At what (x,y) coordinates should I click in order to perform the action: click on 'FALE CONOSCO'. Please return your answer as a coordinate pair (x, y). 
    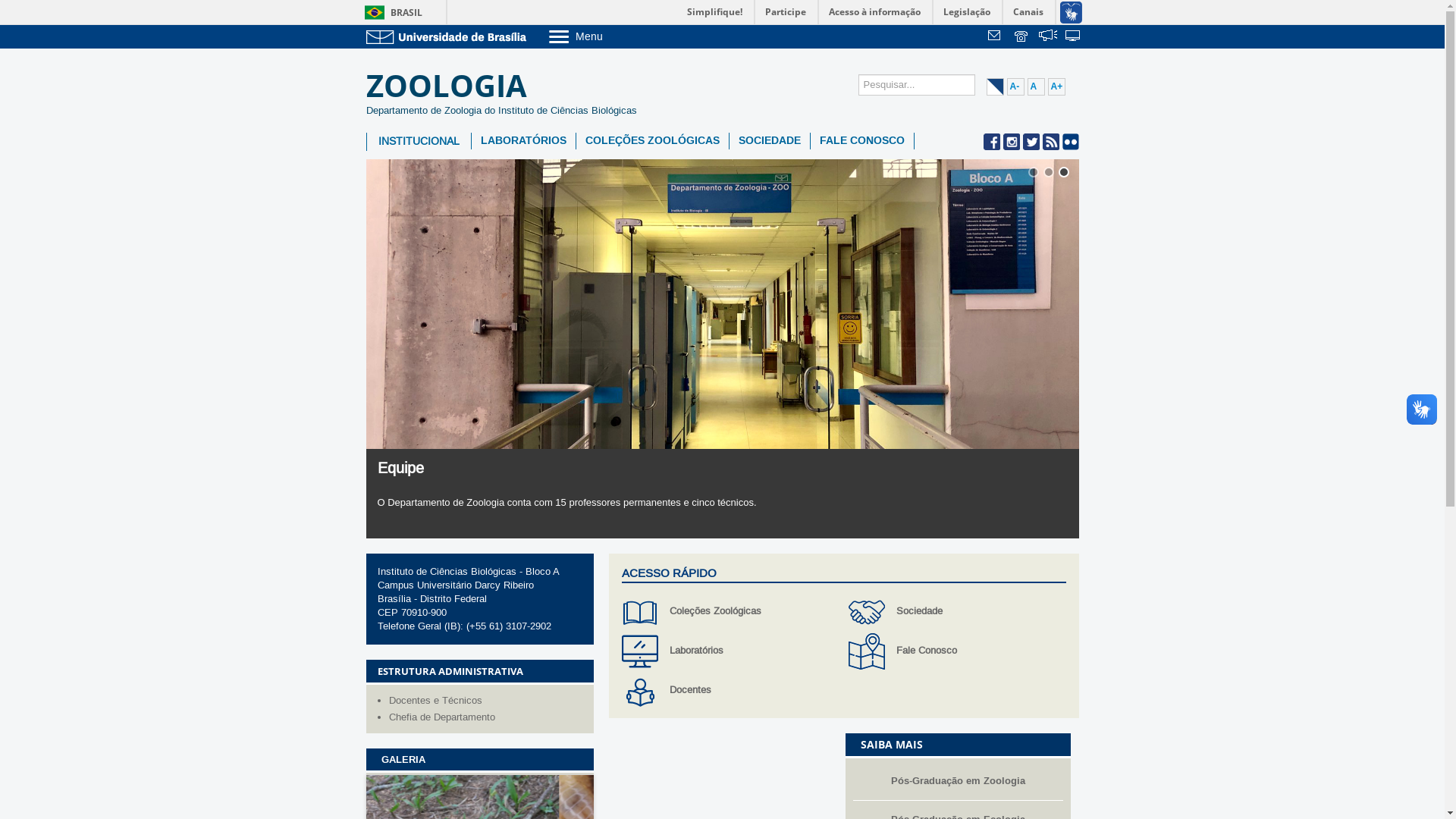
    Looking at the image, I should click on (861, 140).